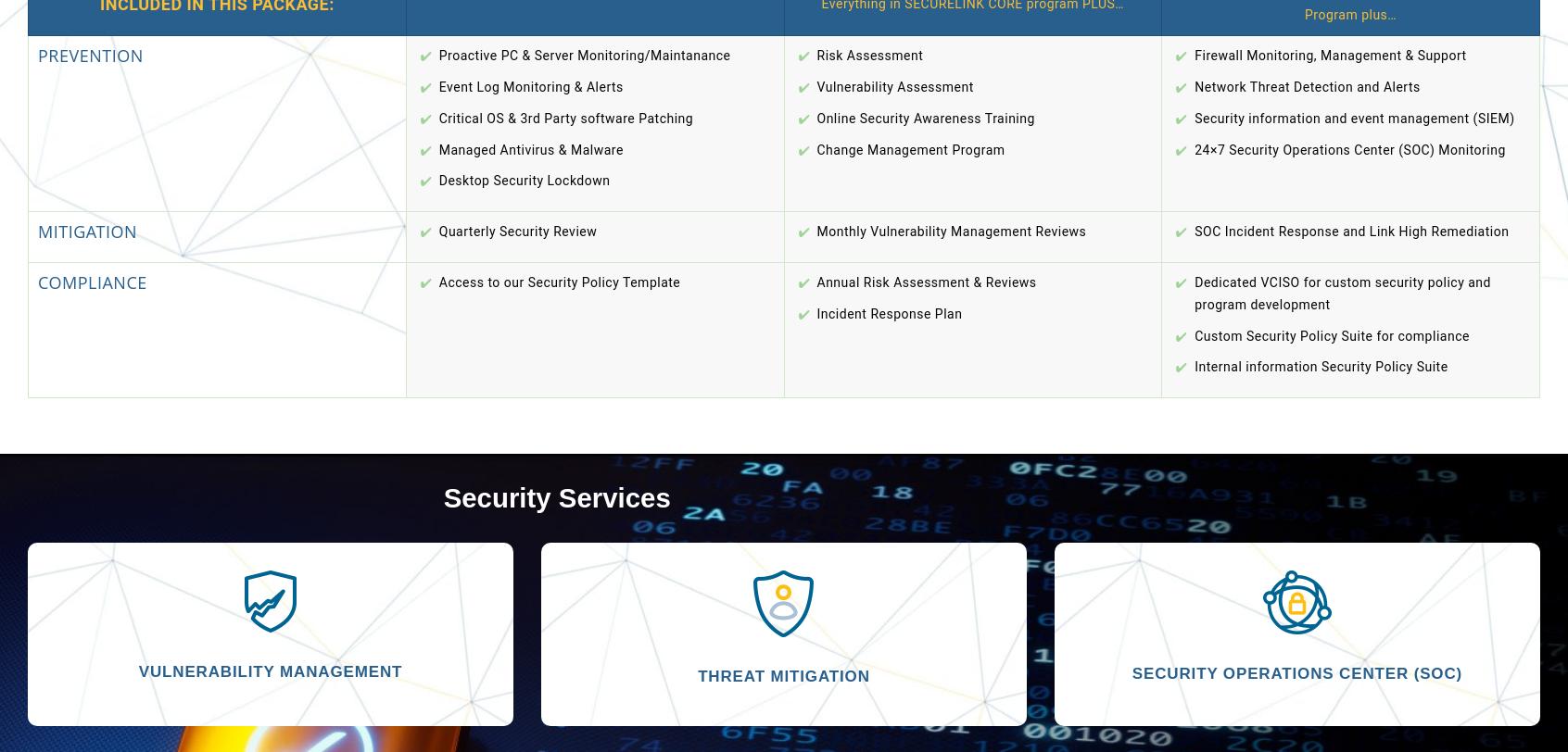 This screenshot has height=752, width=1568. Describe the element at coordinates (1152, 156) in the screenshot. I see `'Florham Park, NJ 07932'` at that location.